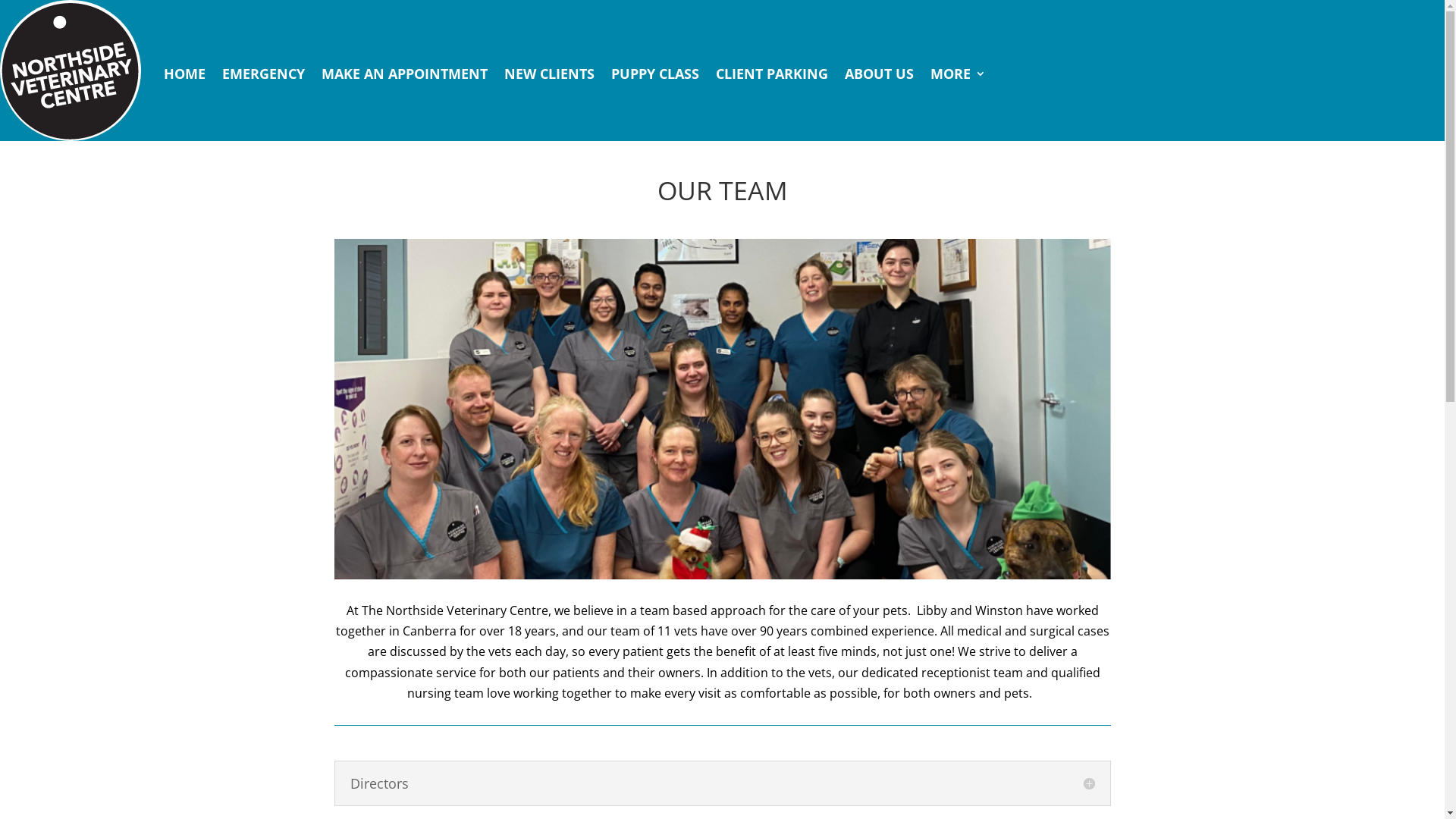 The height and width of the screenshot is (819, 1456). Describe the element at coordinates (957, 73) in the screenshot. I see `'MORE'` at that location.